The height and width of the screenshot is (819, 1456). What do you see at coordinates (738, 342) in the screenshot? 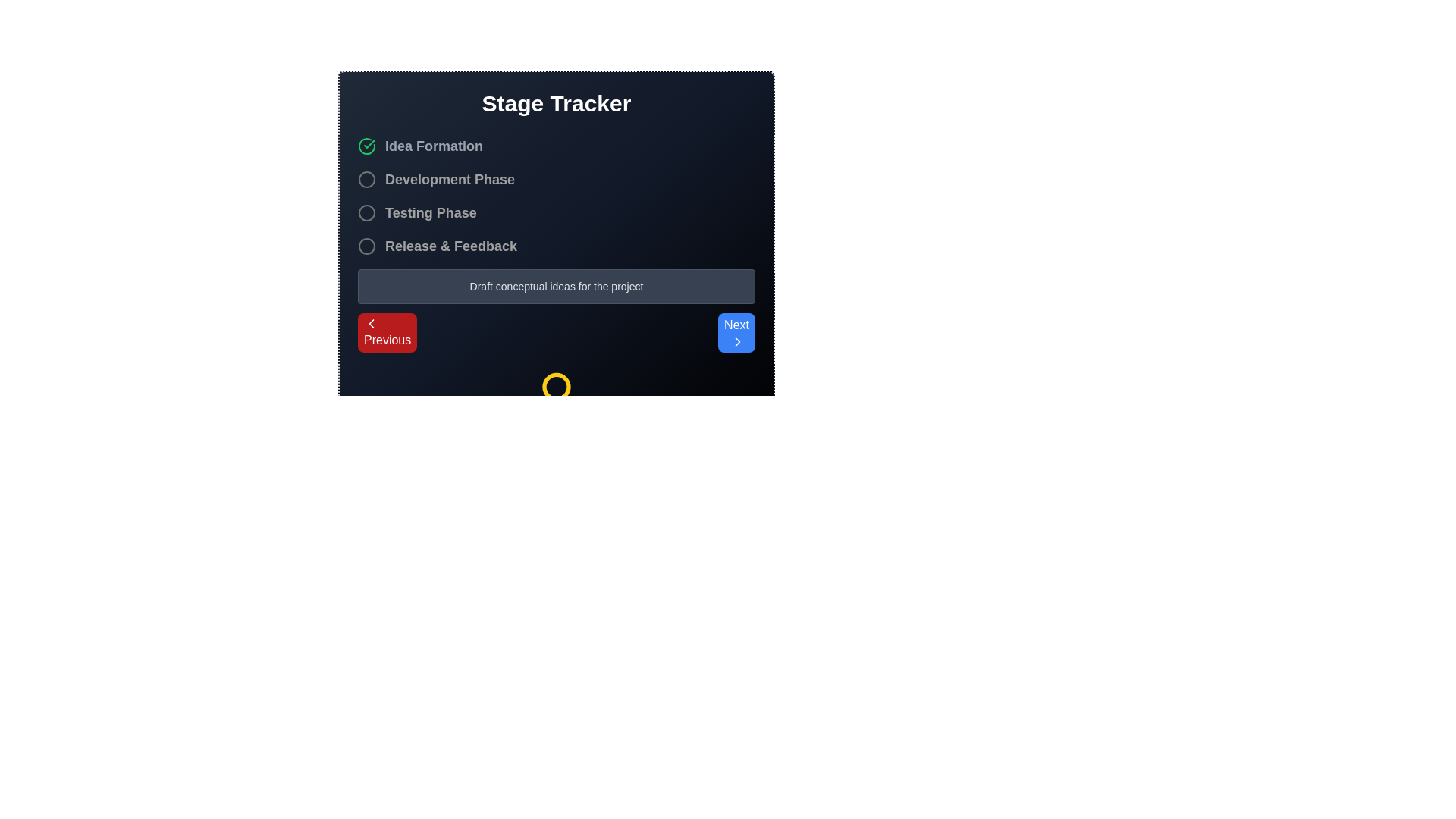
I see `the Chevron icon, which is a small right-pointing chevron with a thin white stroke, located within the 'Next' button at the bottom-right corner of the interface` at bounding box center [738, 342].